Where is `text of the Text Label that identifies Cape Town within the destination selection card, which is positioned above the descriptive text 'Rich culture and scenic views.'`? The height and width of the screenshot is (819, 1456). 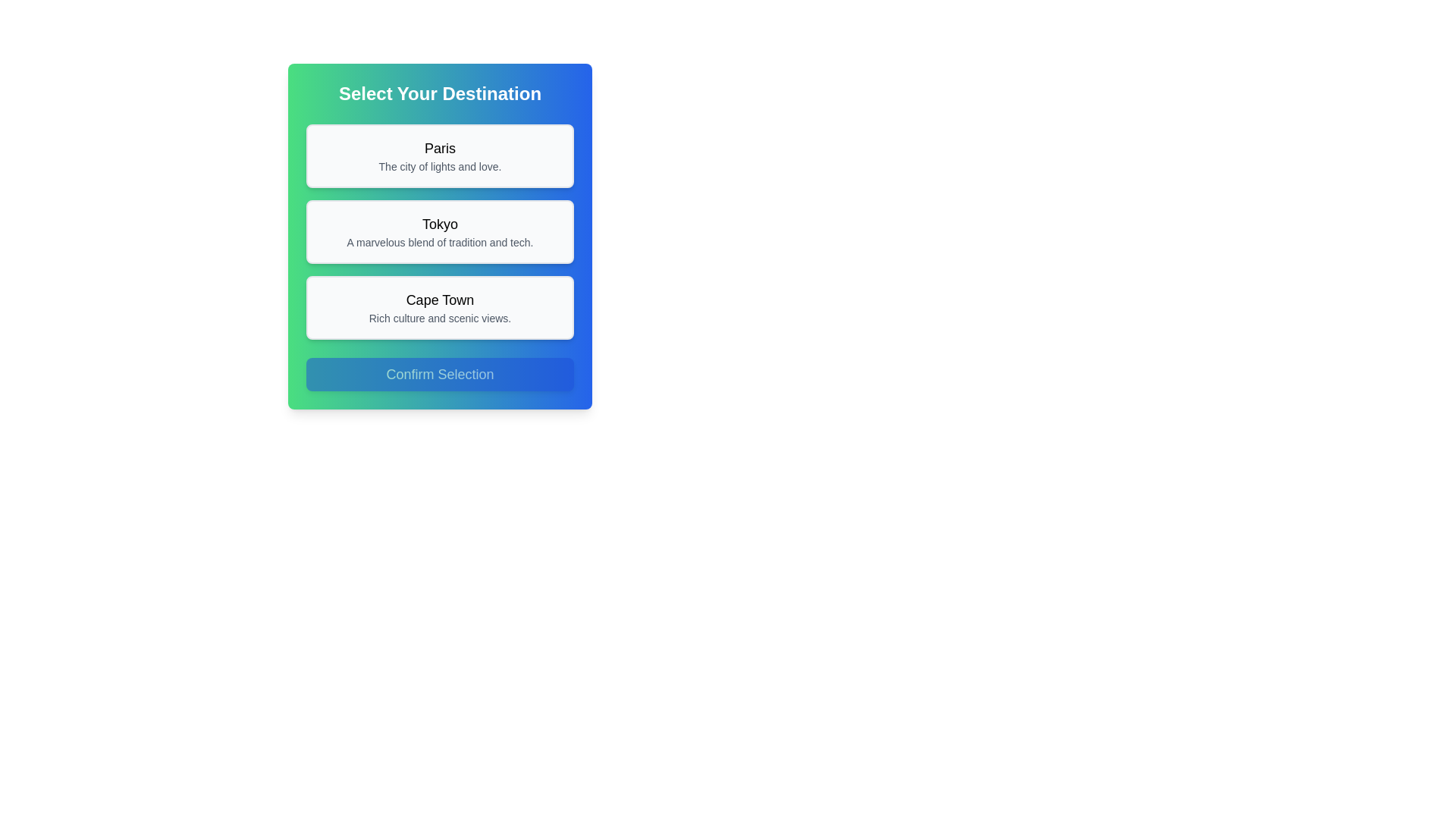
text of the Text Label that identifies Cape Town within the destination selection card, which is positioned above the descriptive text 'Rich culture and scenic views.' is located at coordinates (439, 300).